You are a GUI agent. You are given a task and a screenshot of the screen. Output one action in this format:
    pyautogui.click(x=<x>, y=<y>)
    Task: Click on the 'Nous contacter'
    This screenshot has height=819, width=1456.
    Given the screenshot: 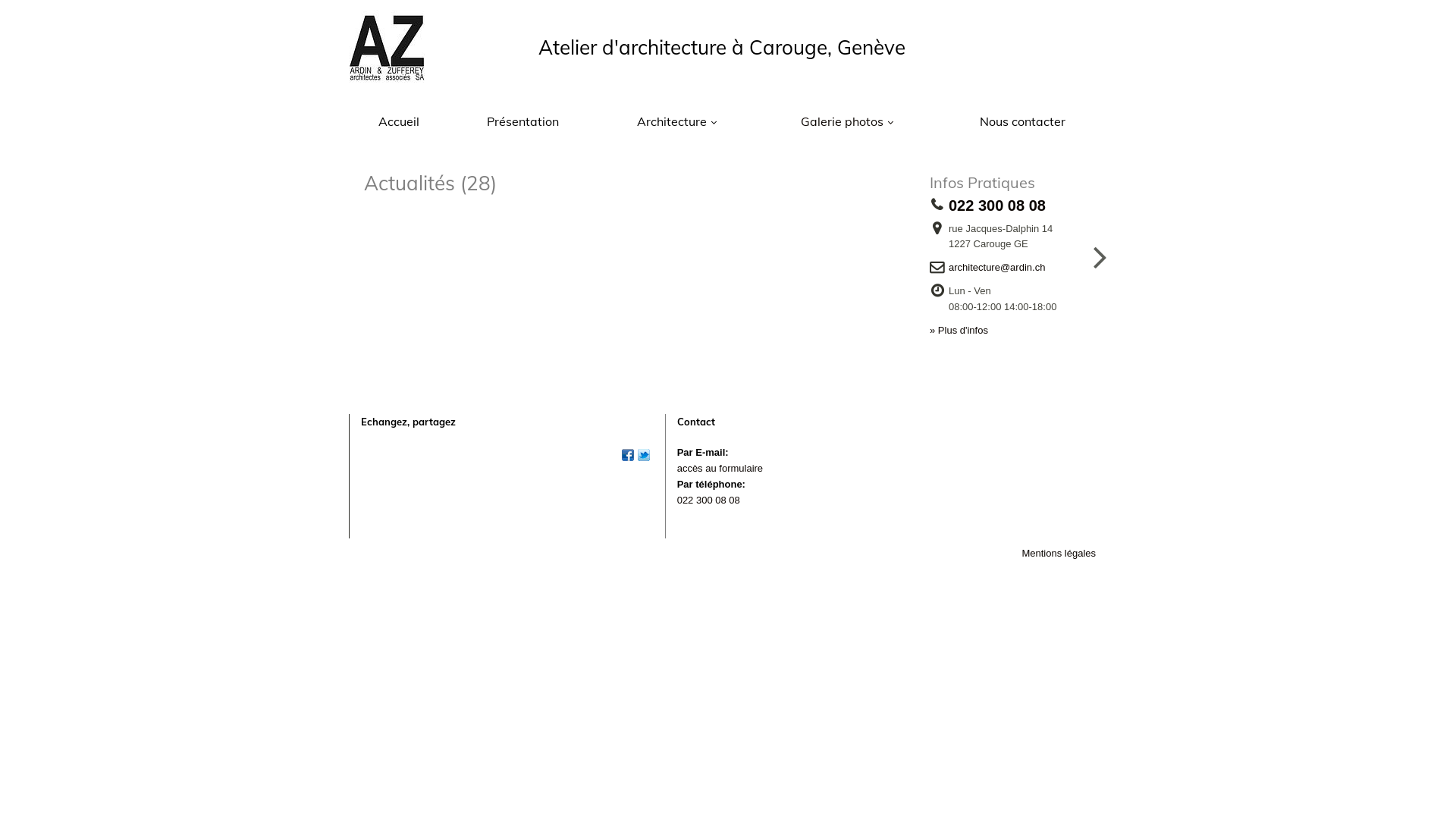 What is the action you would take?
    pyautogui.click(x=1022, y=121)
    